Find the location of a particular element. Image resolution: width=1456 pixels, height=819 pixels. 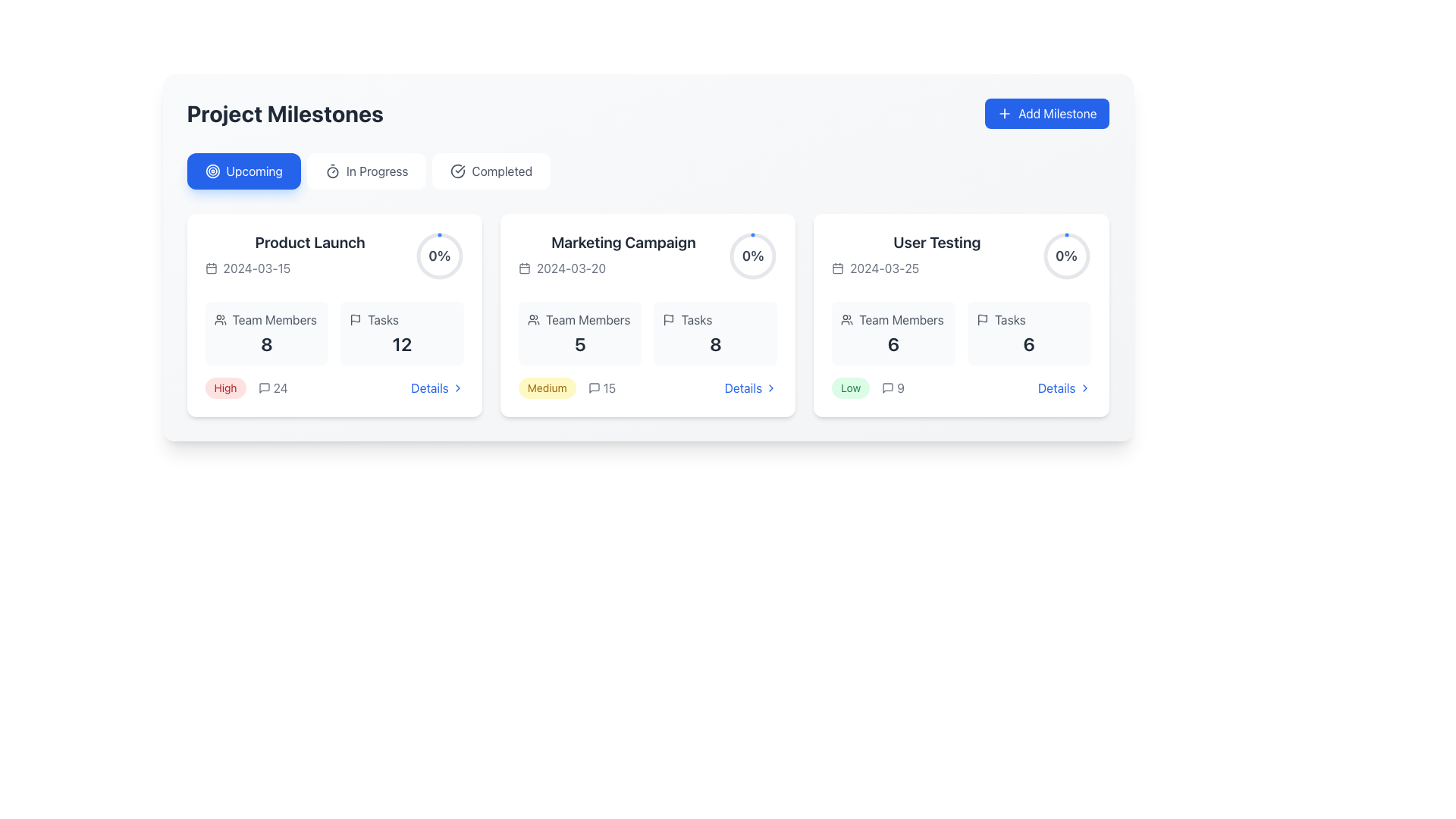

large, bold number '6' displayed in the card labeled 'User Testing' under the 'Team Members' section is located at coordinates (893, 344).